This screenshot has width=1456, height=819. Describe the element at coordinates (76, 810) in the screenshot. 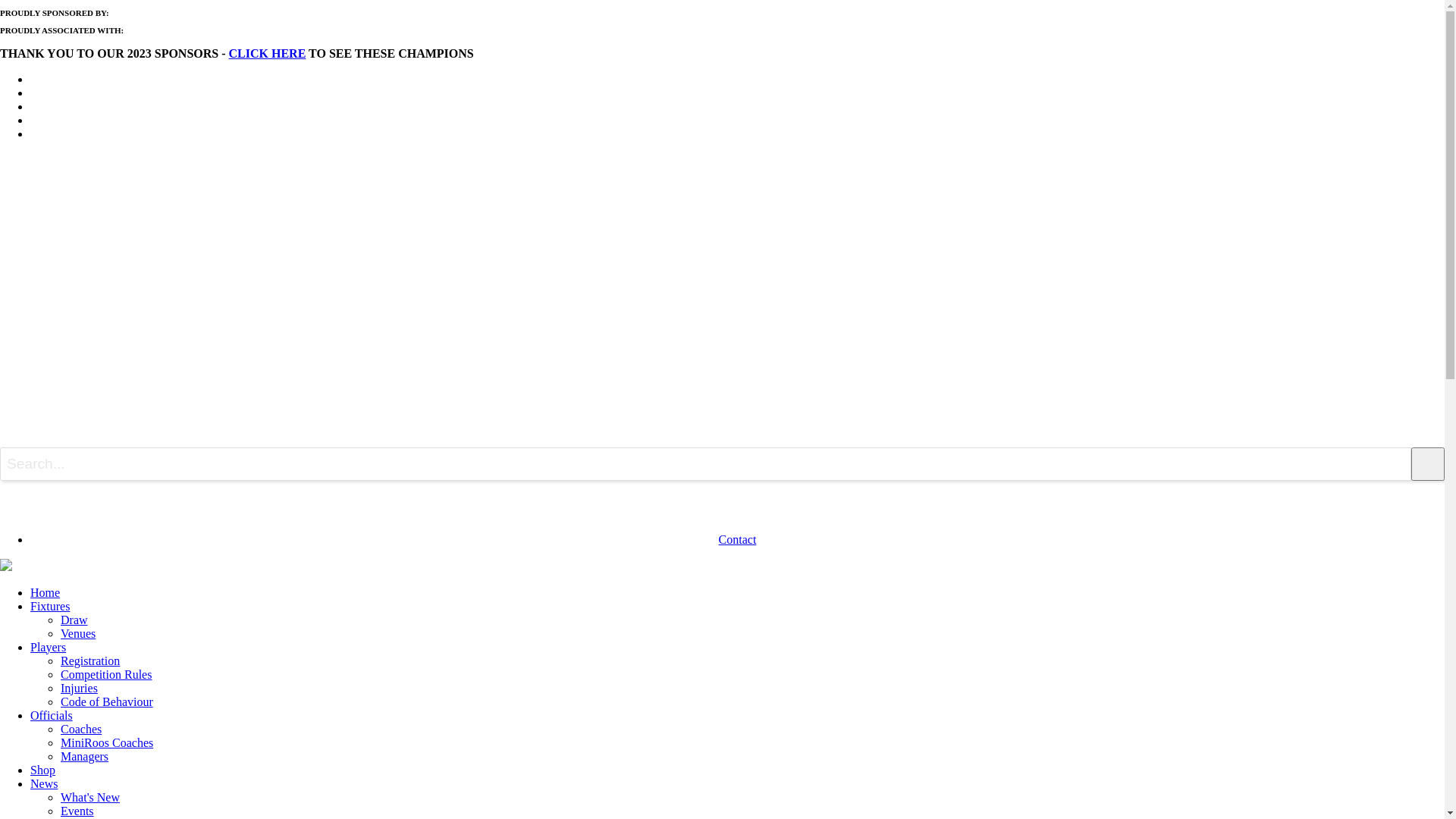

I see `'Events'` at that location.